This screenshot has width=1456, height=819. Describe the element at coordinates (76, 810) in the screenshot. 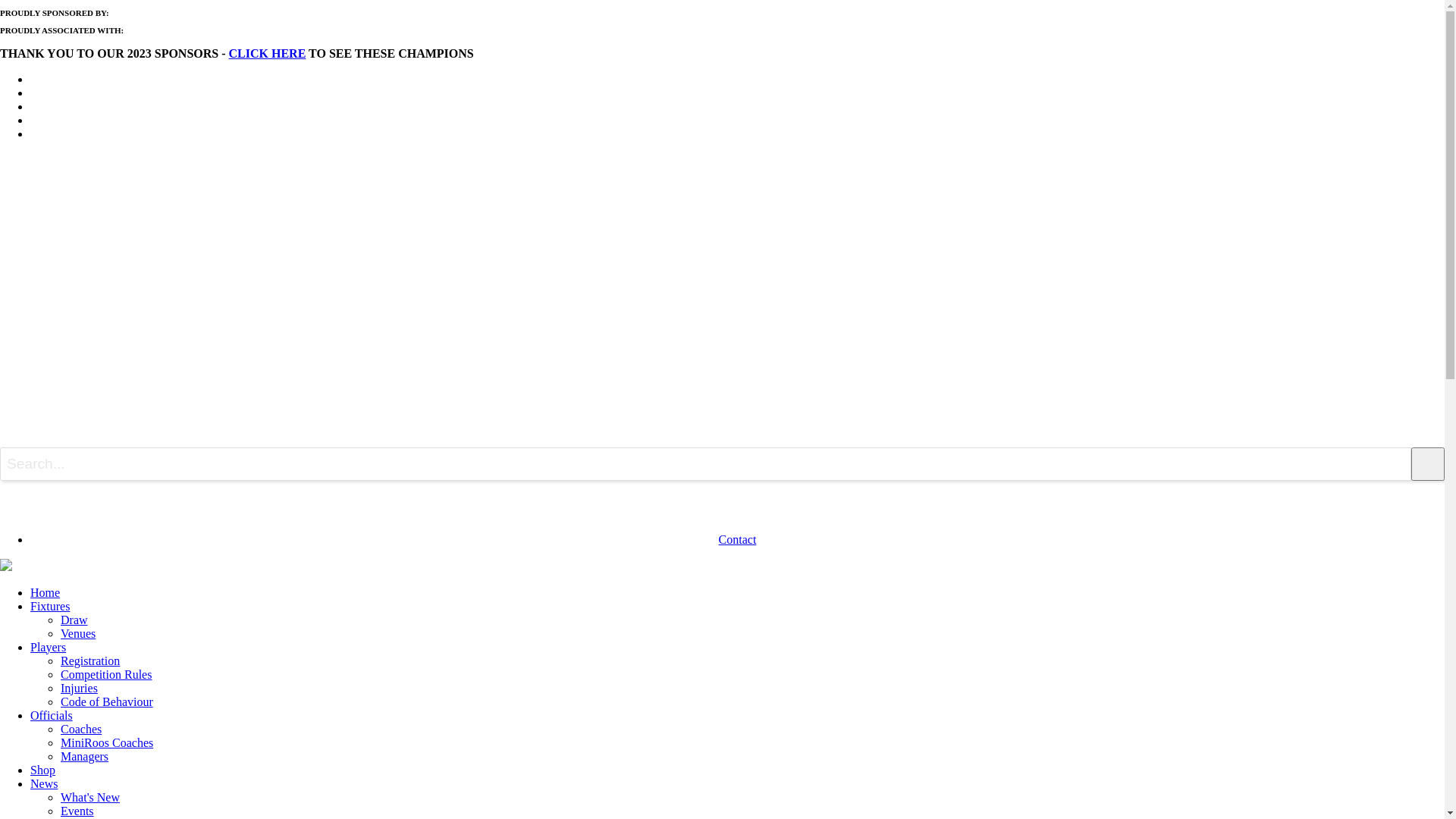

I see `'Events'` at that location.